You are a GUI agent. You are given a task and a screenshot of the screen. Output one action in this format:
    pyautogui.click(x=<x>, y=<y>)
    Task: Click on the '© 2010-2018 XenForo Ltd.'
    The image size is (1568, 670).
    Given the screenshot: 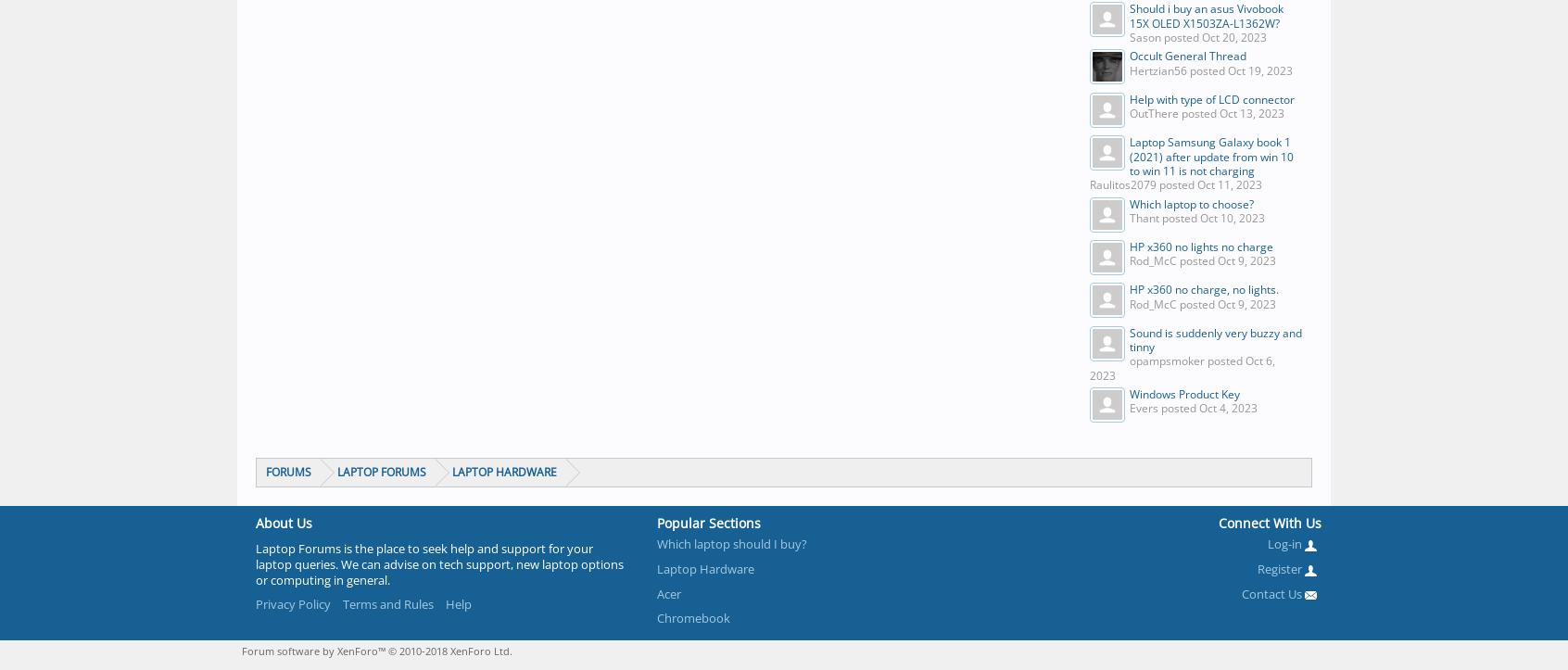 What is the action you would take?
    pyautogui.click(x=449, y=649)
    